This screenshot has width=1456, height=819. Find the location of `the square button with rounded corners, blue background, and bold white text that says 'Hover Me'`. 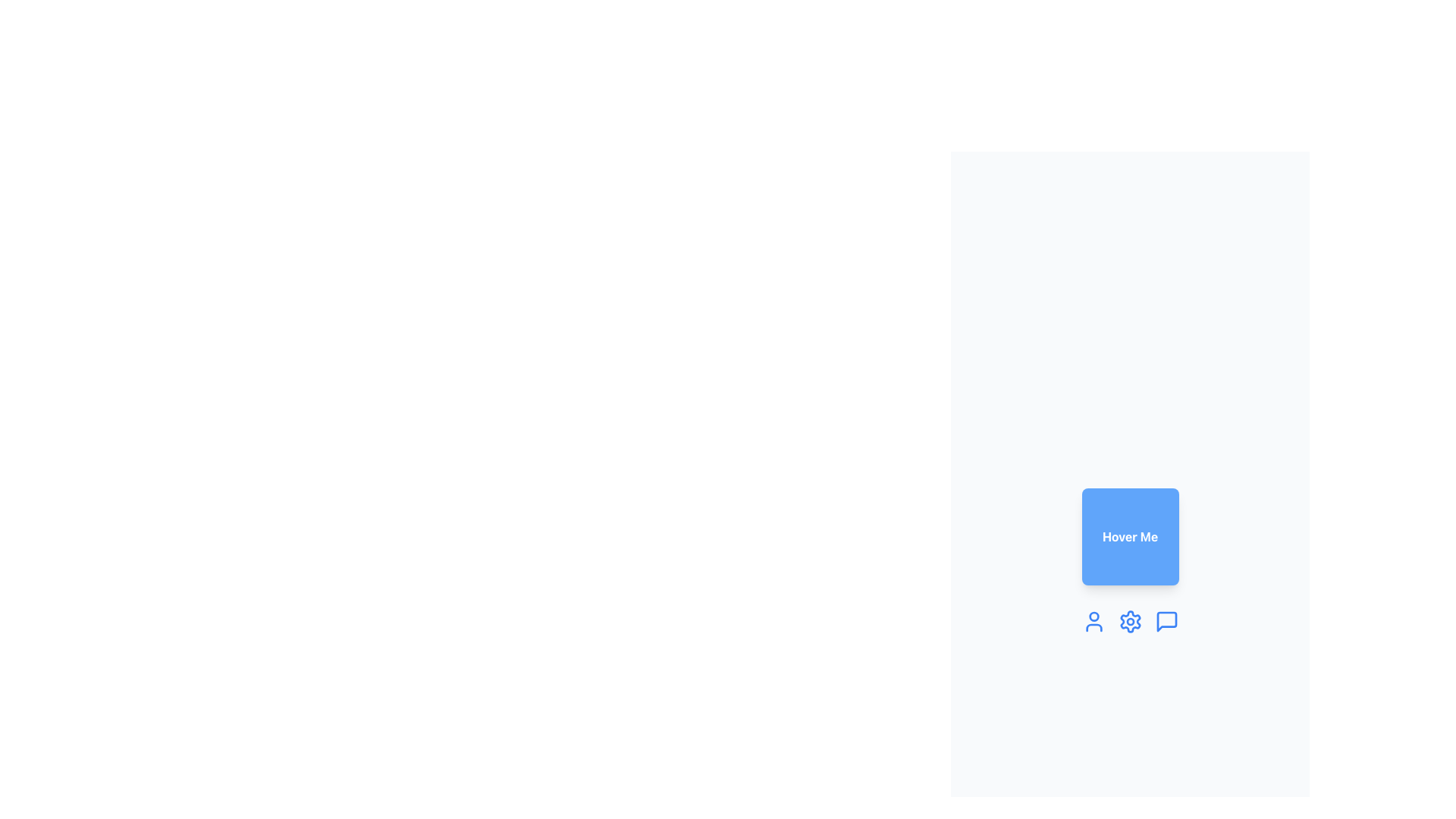

the square button with rounded corners, blue background, and bold white text that says 'Hover Me' is located at coordinates (1130, 536).